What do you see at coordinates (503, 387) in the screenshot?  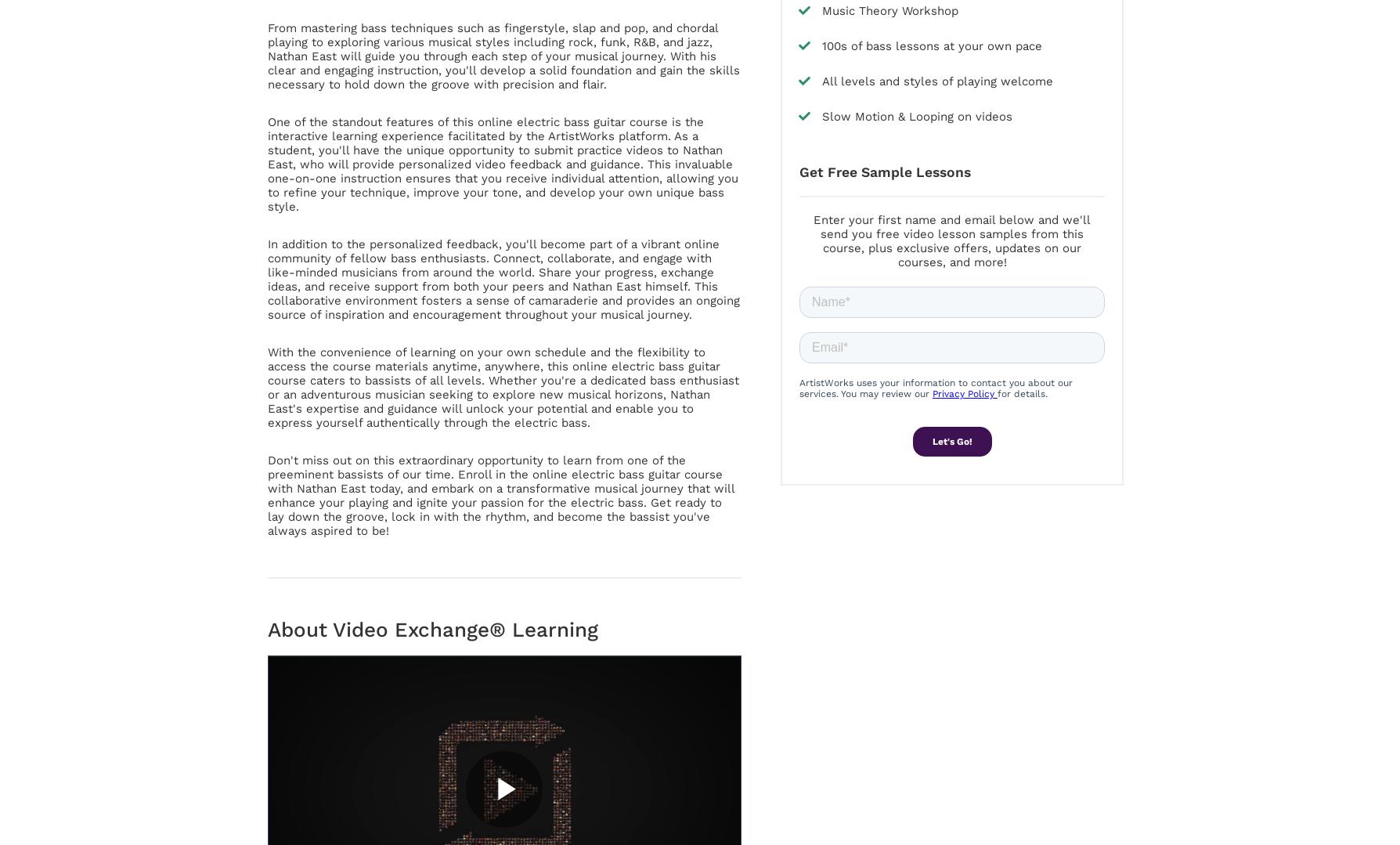 I see `'With the convenience of learning on your own schedule and the flexibility to access the course materials anytime, anywhere, this online electric bass guitar course caters to bassists of all levels. Whether you're a dedicated bass enthusiast or an adventurous musician seeking to explore new musical horizons, Nathan East's expertise and guidance will unlock your potential and enable you to express yourself authentically through the electric bass.'` at bounding box center [503, 387].